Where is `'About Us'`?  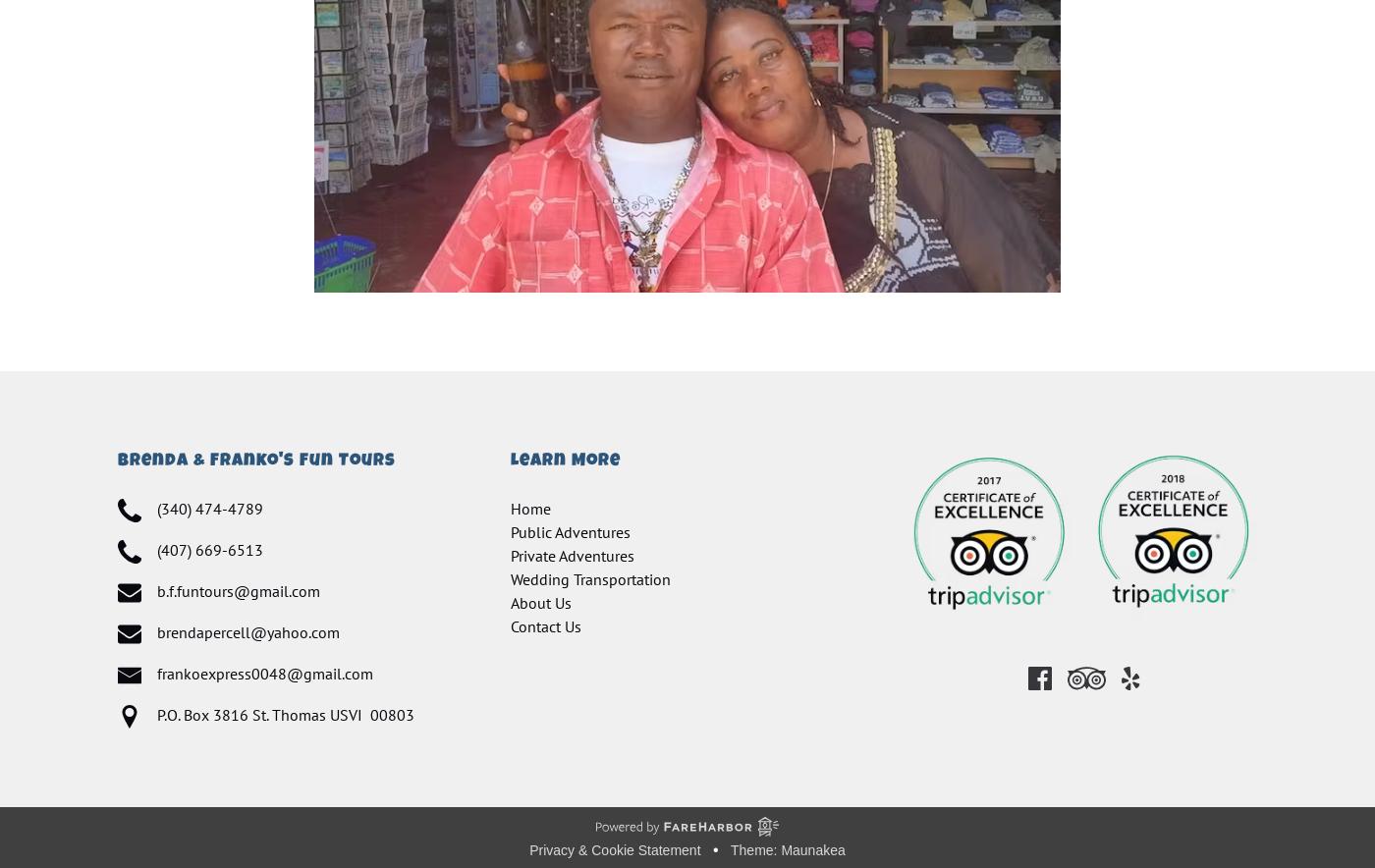 'About Us' is located at coordinates (541, 603).